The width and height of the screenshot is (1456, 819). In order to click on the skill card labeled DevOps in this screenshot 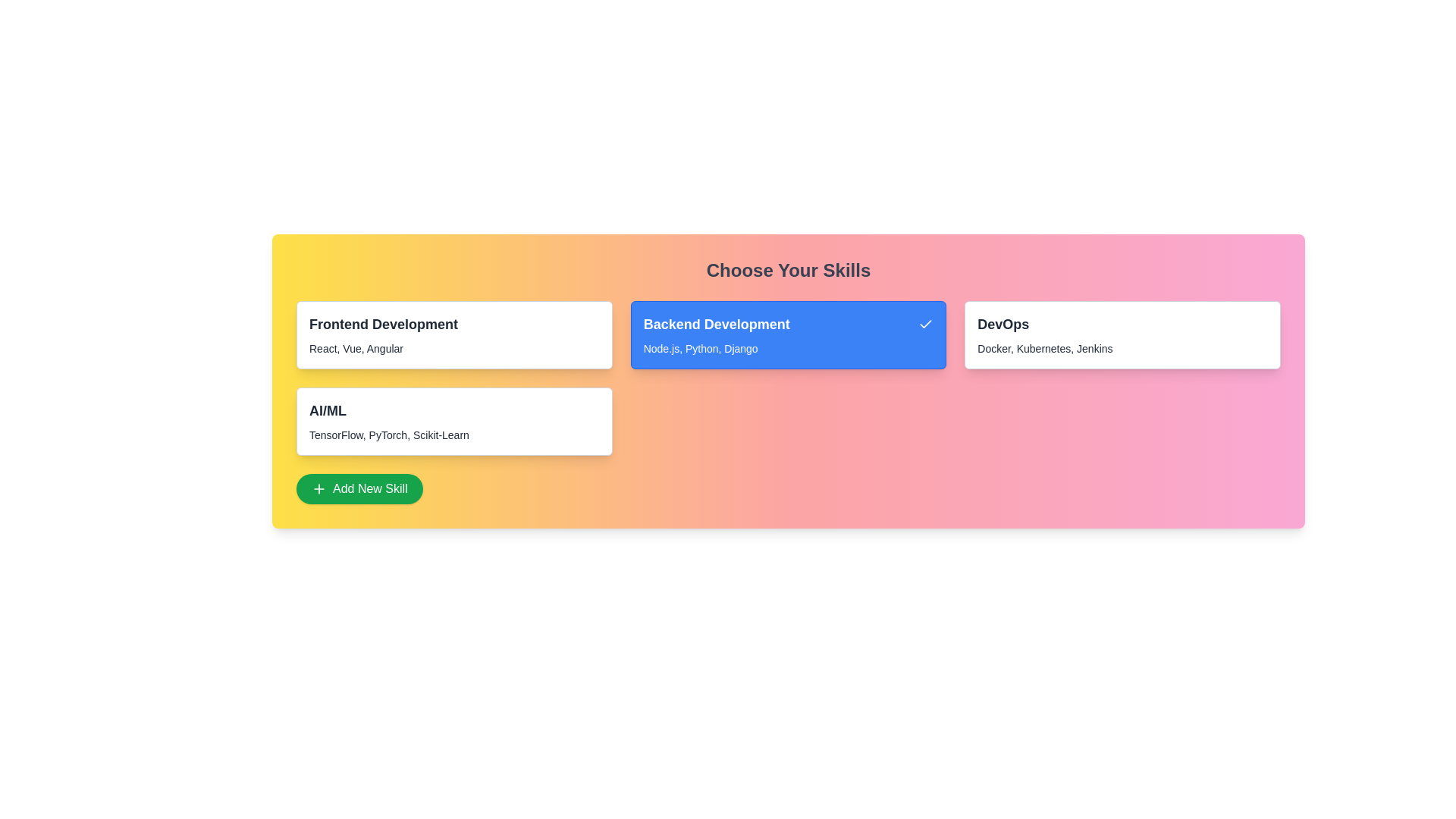, I will do `click(1122, 334)`.